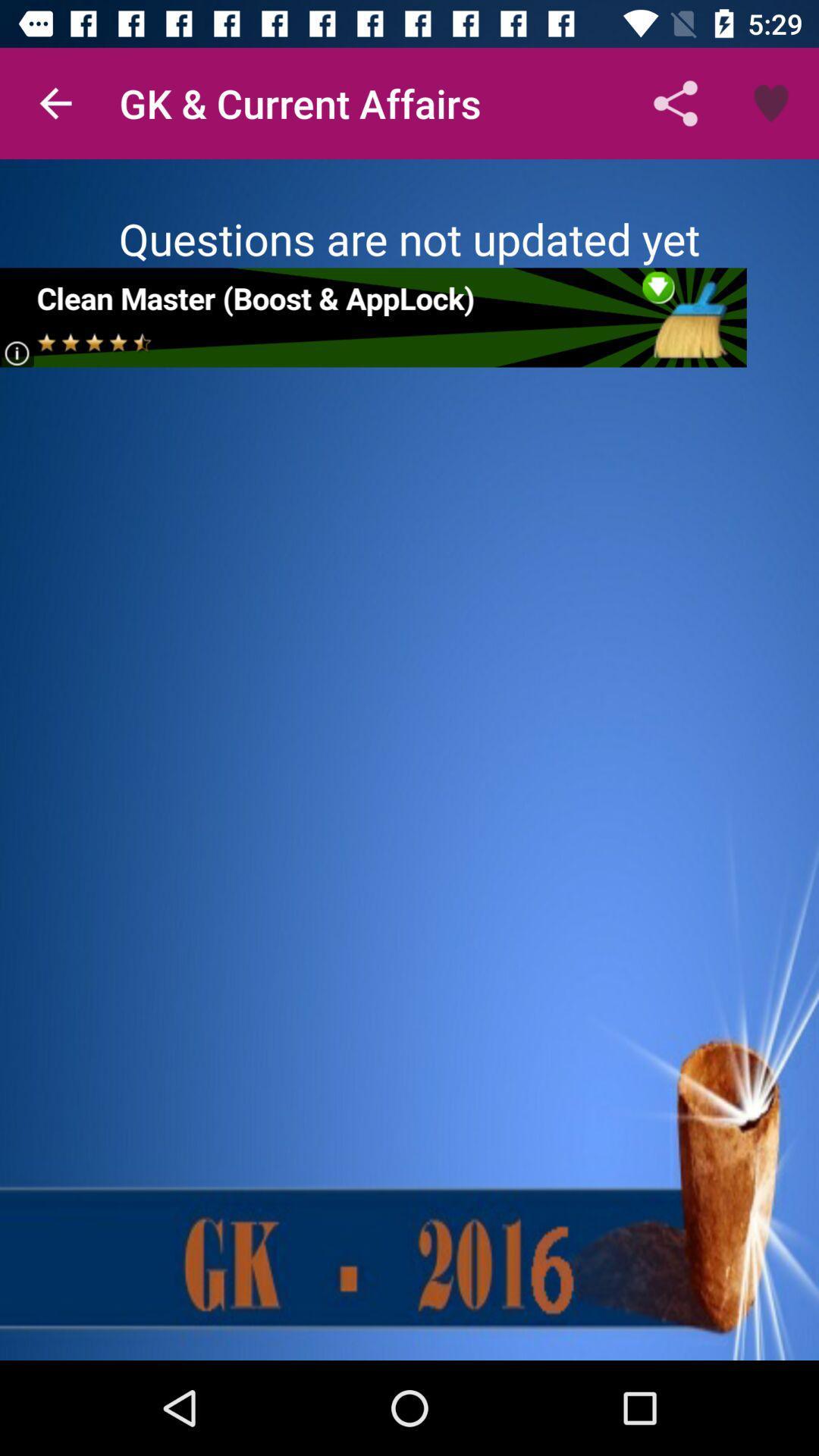  Describe the element at coordinates (373, 316) in the screenshot. I see `advertisement banner` at that location.